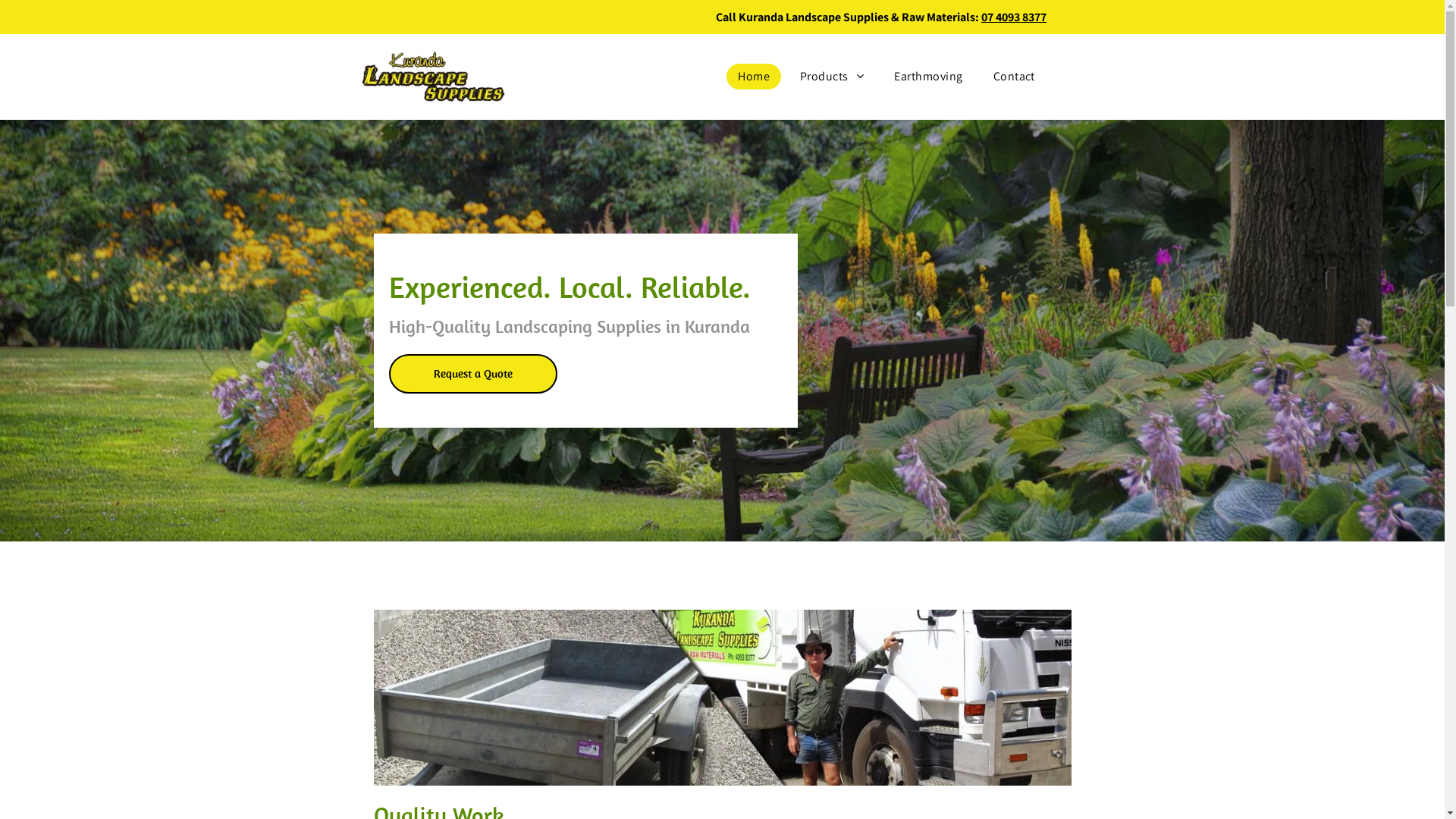  What do you see at coordinates (472, 374) in the screenshot?
I see `'Request a Quote'` at bounding box center [472, 374].